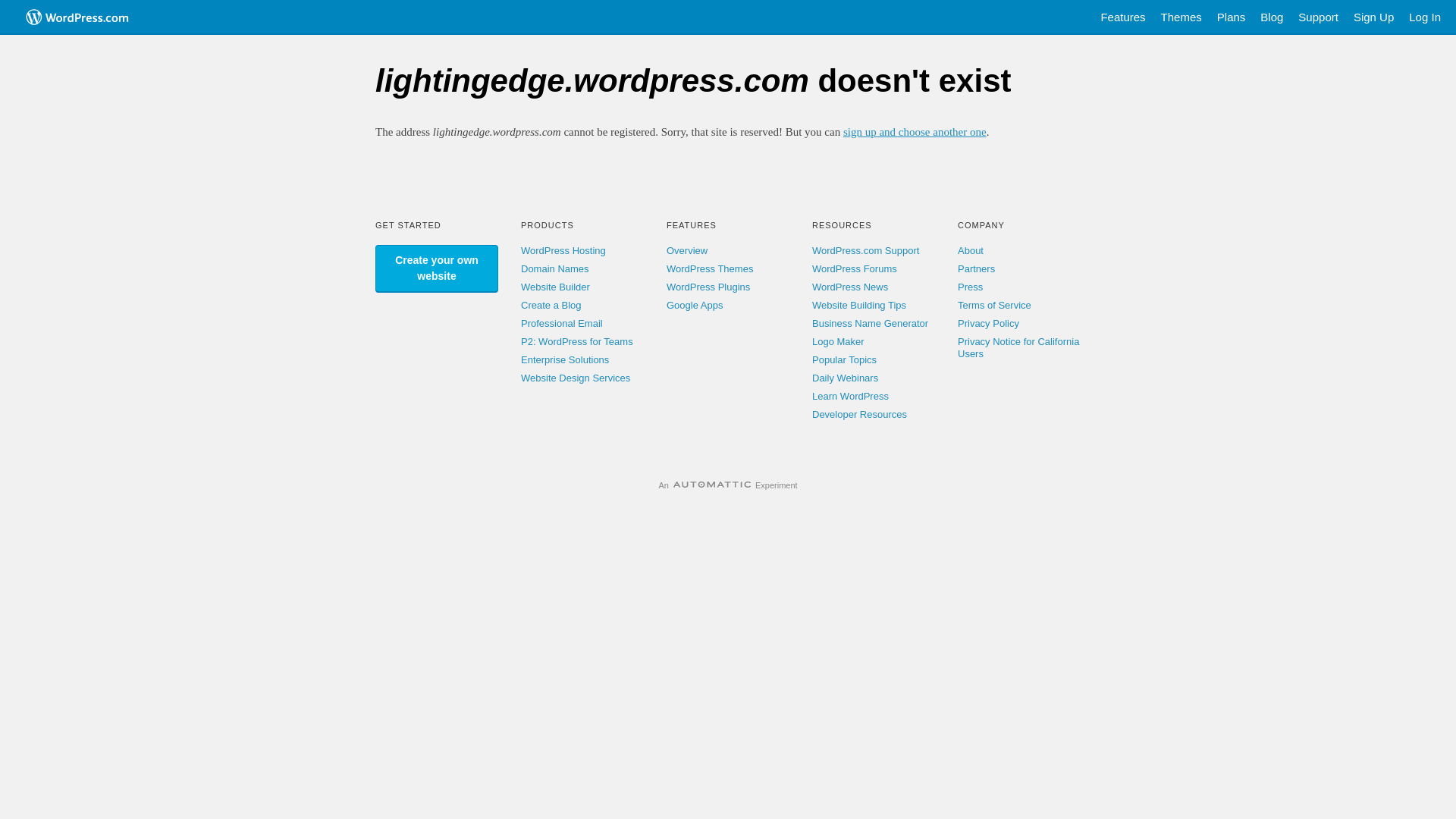 This screenshot has height=819, width=1456. What do you see at coordinates (844, 377) in the screenshot?
I see `'Daily Webinars'` at bounding box center [844, 377].